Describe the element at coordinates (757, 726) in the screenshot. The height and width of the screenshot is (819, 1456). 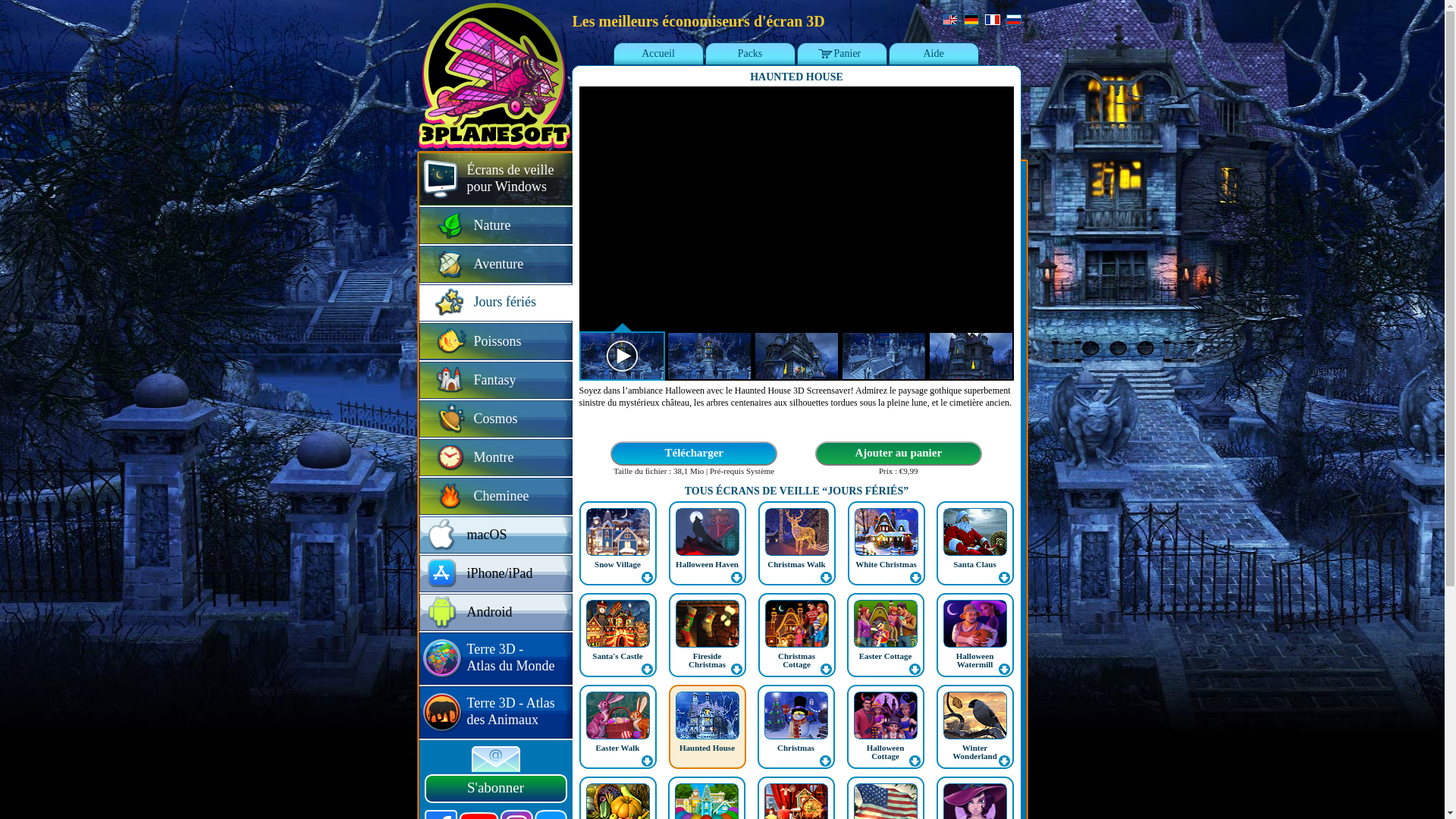
I see `'Christmas'` at that location.